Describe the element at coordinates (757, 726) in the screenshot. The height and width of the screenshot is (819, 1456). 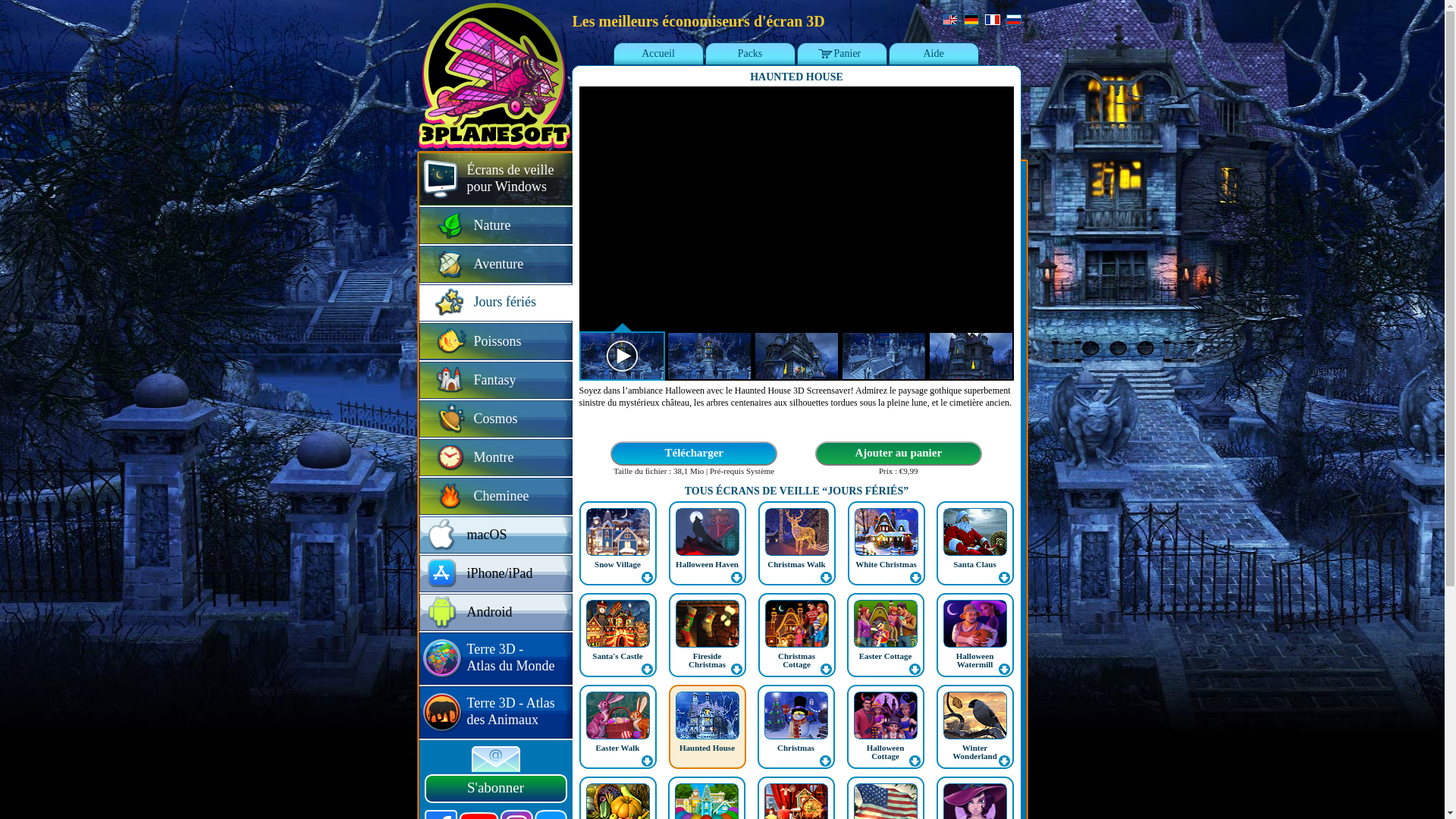
I see `'Christmas'` at that location.